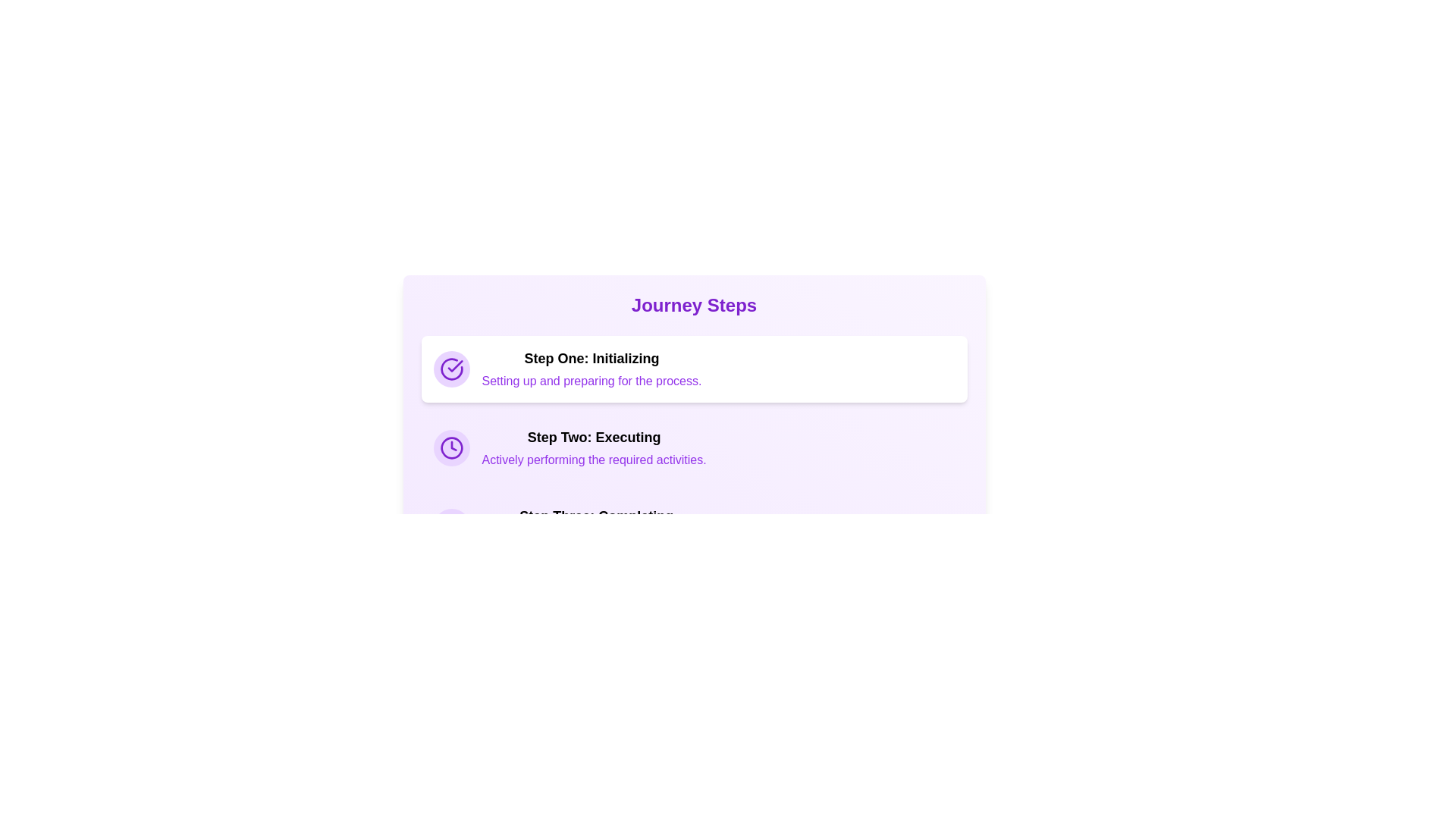 The height and width of the screenshot is (819, 1456). I want to click on the Decorative icon that visually represents the 'Executing' step's theme located in the 'Step Two: Executing' section, positioned to the left of the step's title and description, so click(450, 447).